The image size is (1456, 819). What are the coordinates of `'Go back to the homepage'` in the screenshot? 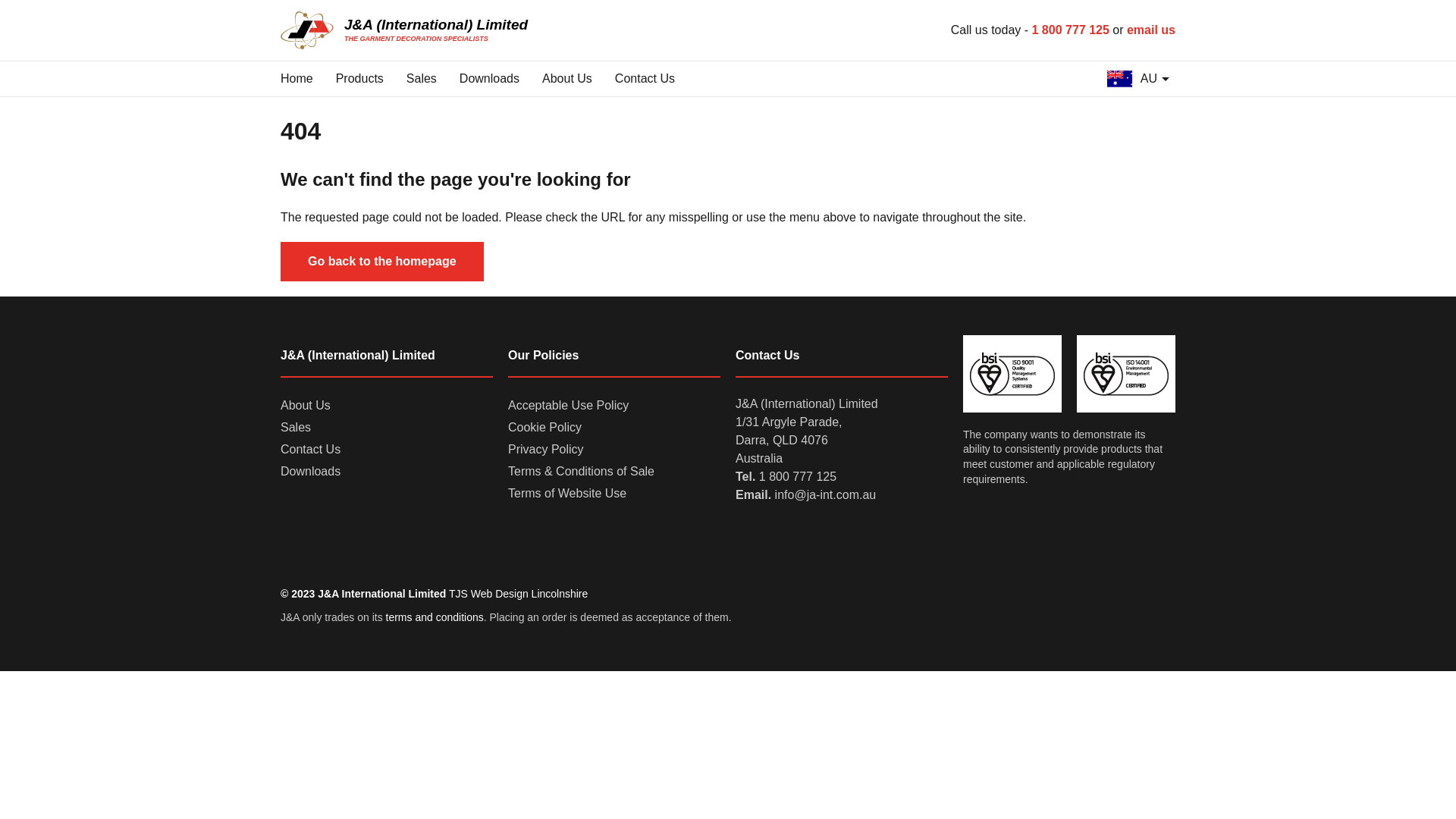 It's located at (382, 260).